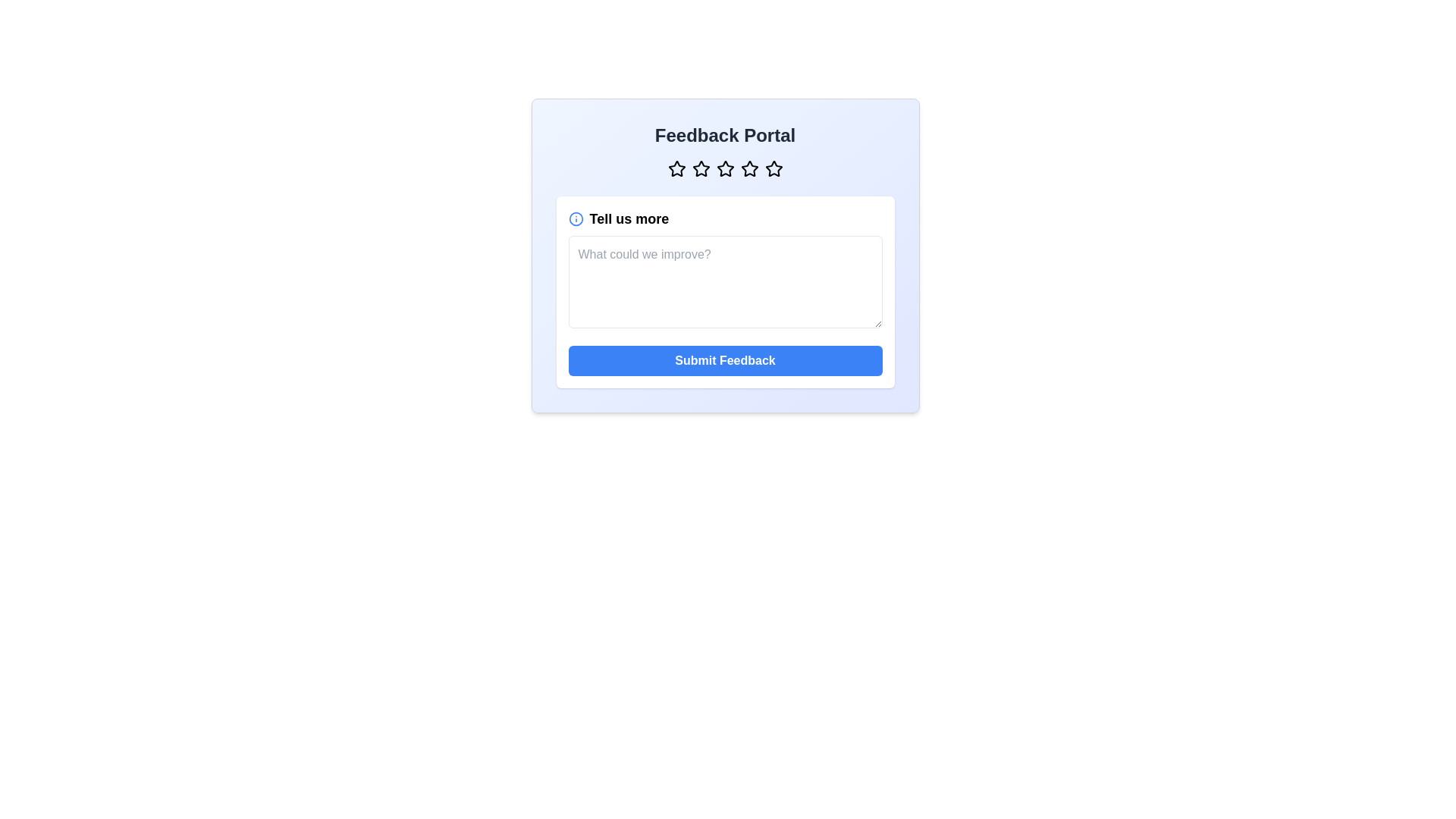 The image size is (1456, 819). Describe the element at coordinates (724, 168) in the screenshot. I see `the third star icon in the horizontal array of five rating stars to rate it` at that location.